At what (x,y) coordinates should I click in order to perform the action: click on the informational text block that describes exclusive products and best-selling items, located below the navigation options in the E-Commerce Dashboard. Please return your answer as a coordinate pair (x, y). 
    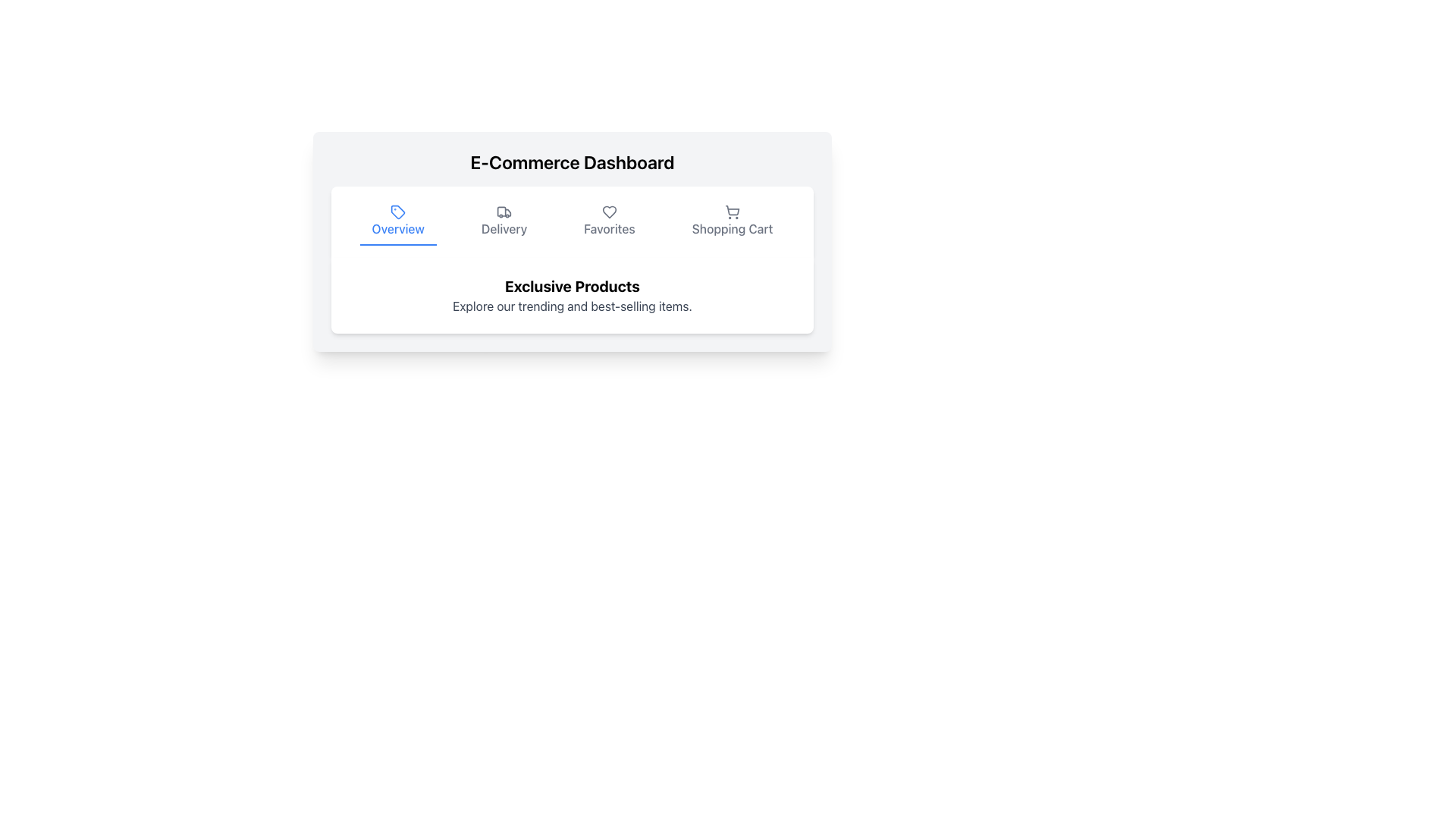
    Looking at the image, I should click on (571, 295).